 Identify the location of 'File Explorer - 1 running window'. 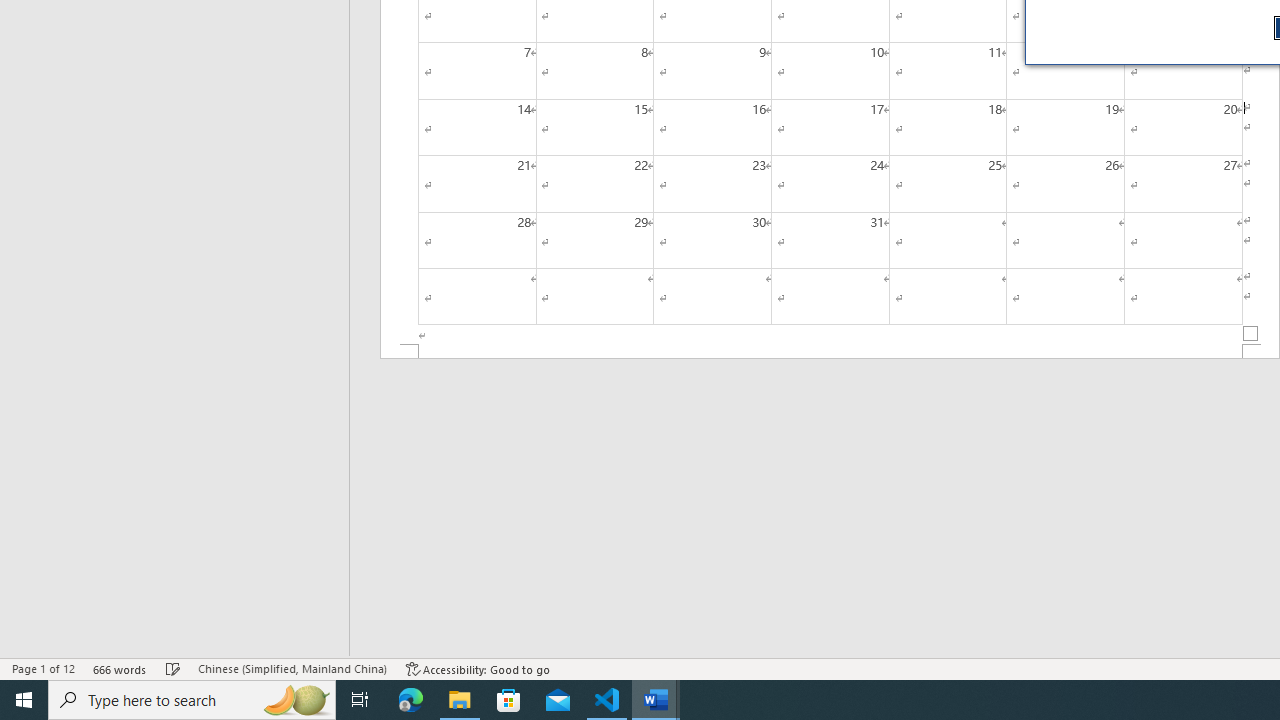
(459, 698).